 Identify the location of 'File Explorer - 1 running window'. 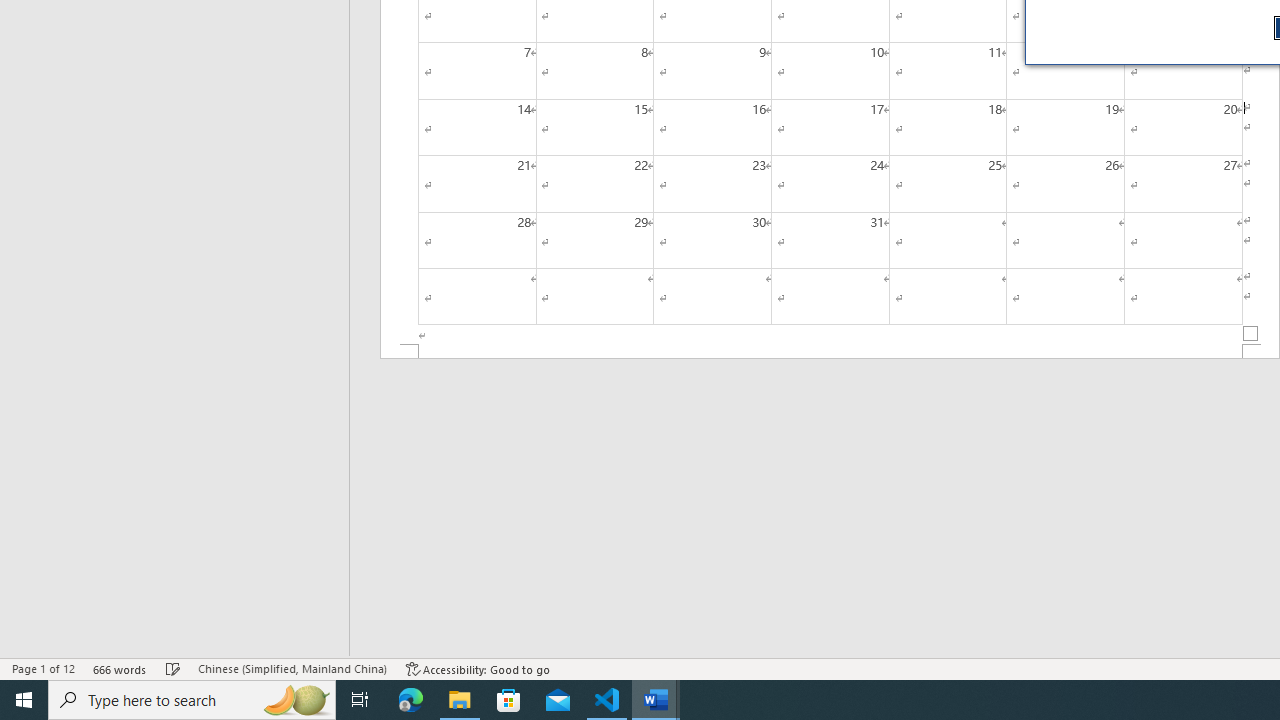
(459, 698).